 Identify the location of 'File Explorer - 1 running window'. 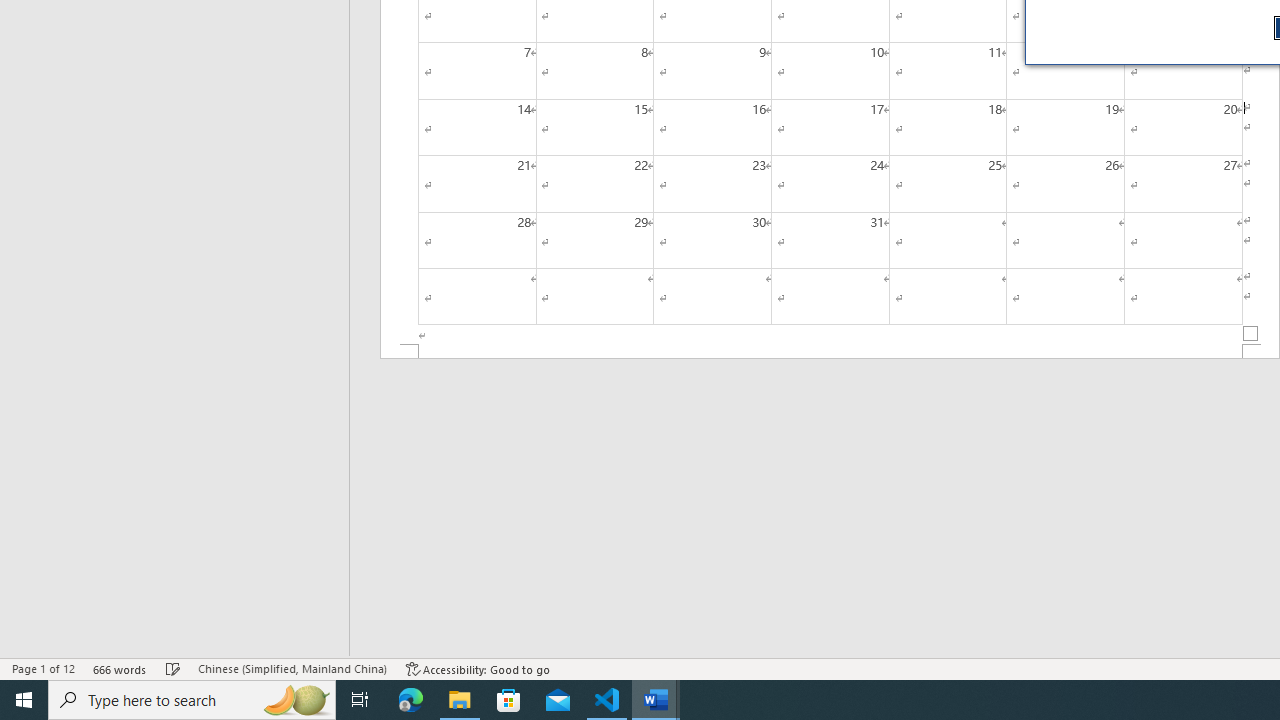
(459, 698).